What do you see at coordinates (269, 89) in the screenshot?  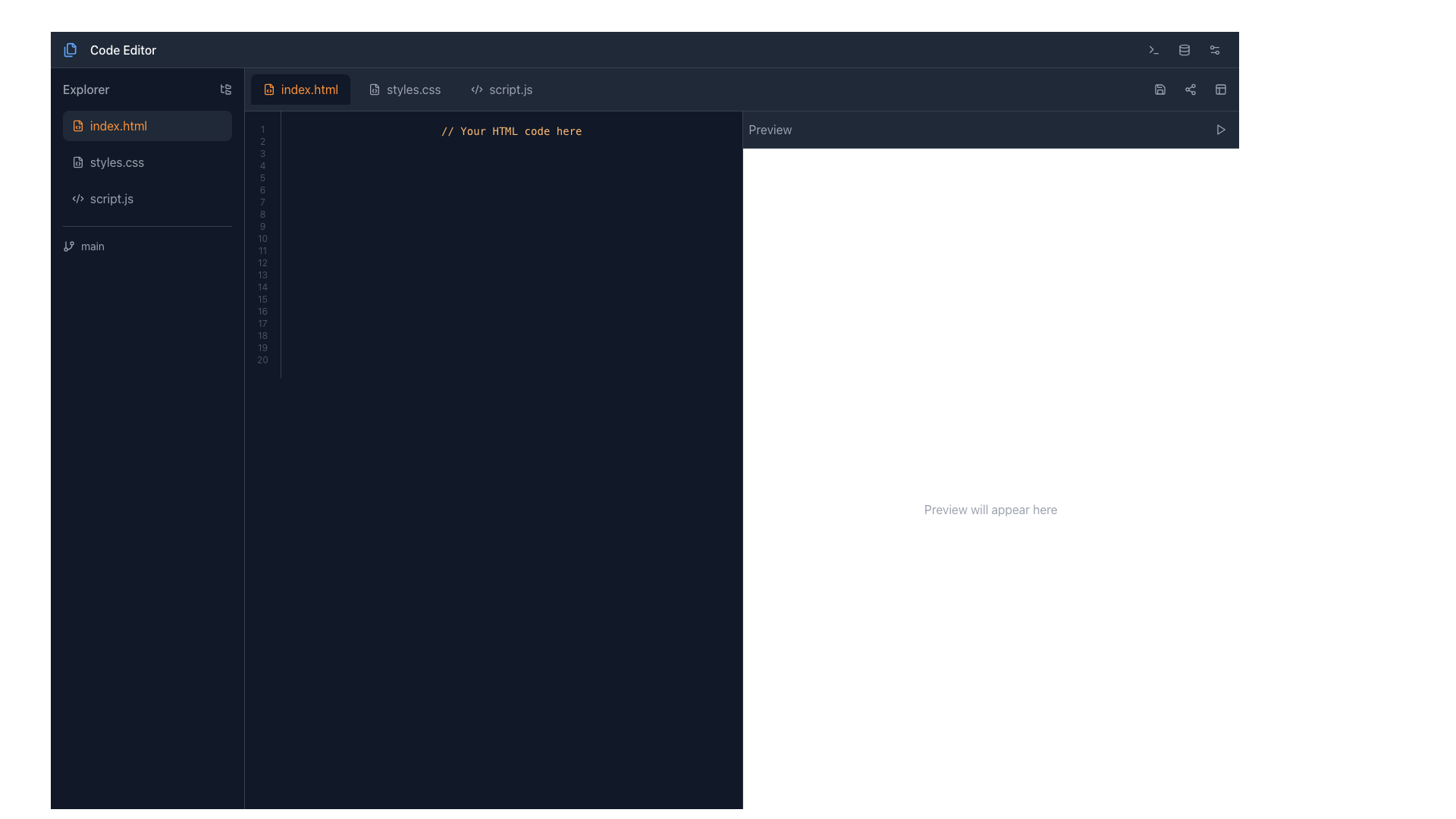 I see `the 'index.html' file icon` at bounding box center [269, 89].